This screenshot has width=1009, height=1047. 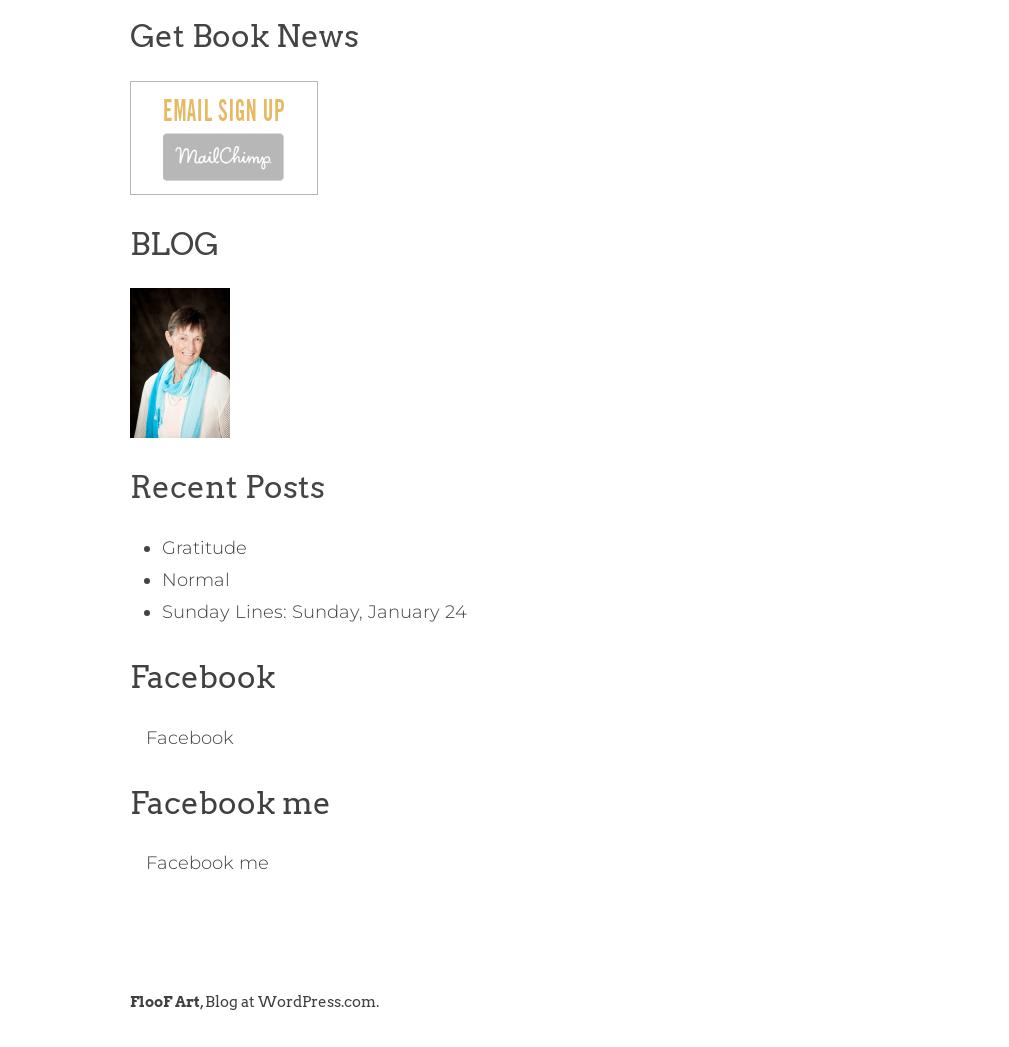 What do you see at coordinates (127, 485) in the screenshot?
I see `'Recent Posts'` at bounding box center [127, 485].